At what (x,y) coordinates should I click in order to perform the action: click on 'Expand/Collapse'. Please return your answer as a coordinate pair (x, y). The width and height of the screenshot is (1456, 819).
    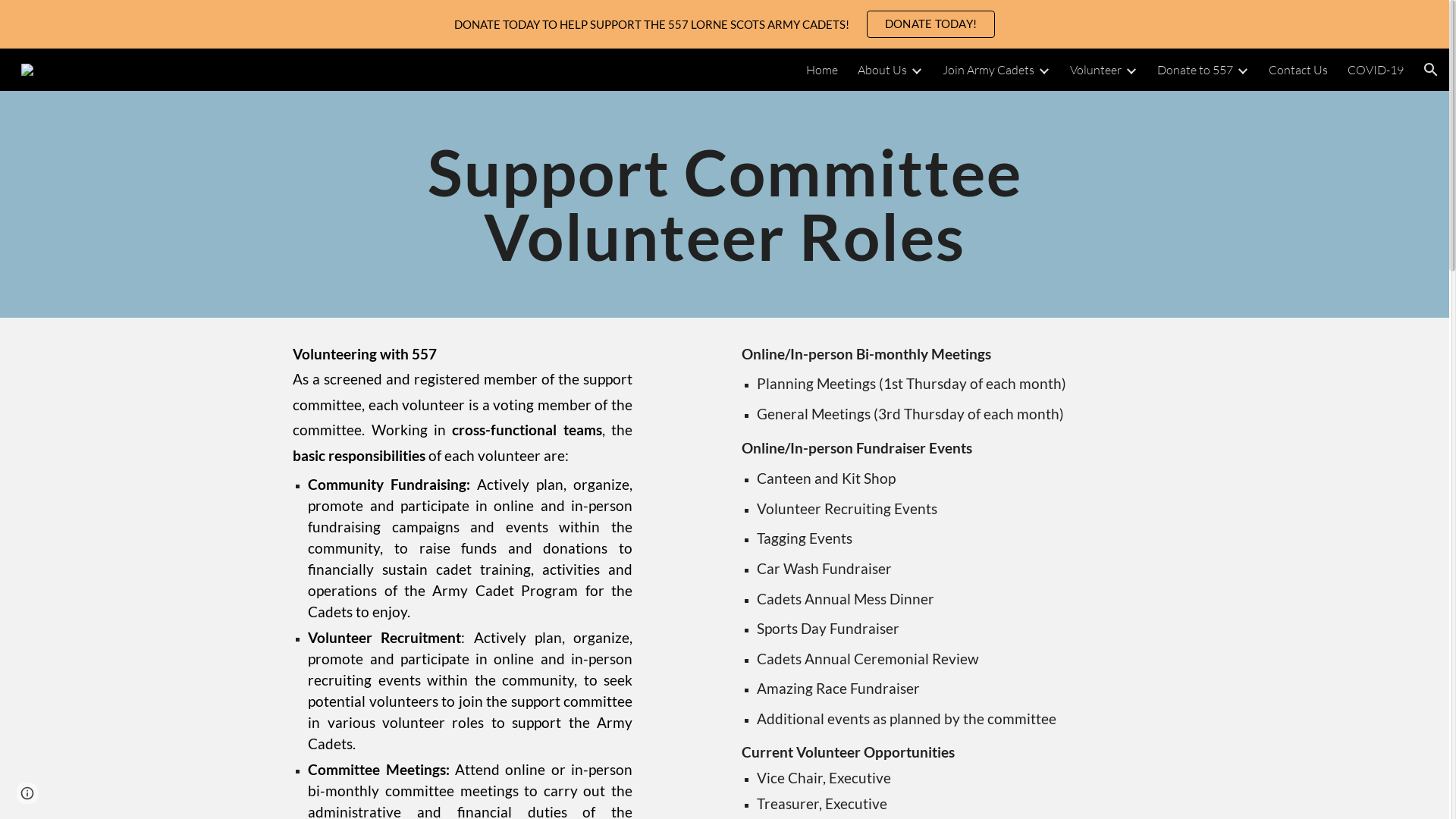
    Looking at the image, I should click on (1036, 70).